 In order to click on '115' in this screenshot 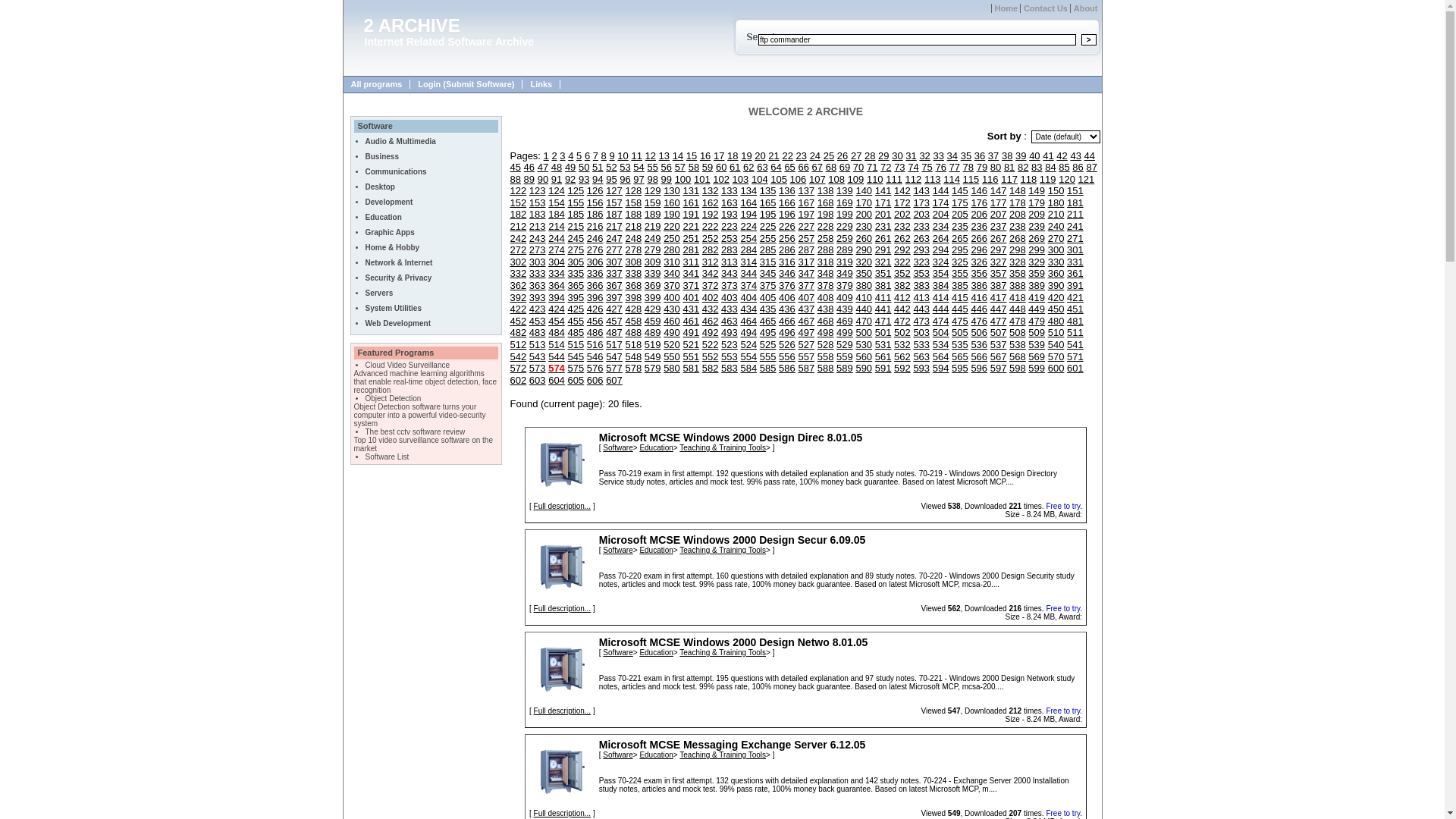, I will do `click(971, 178)`.